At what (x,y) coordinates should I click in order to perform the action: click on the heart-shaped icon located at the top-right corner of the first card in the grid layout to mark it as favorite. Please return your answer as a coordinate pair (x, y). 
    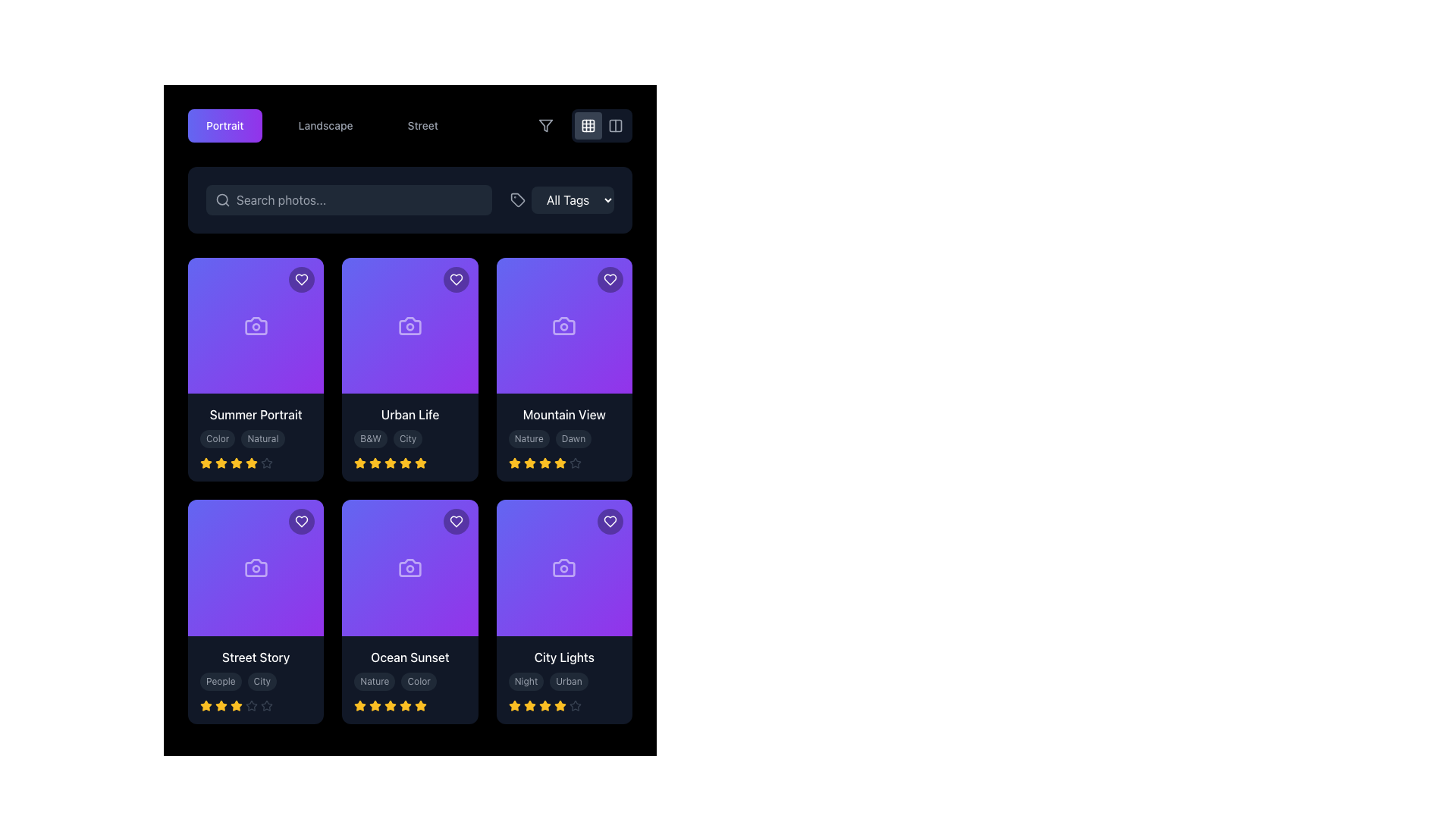
    Looking at the image, I should click on (302, 280).